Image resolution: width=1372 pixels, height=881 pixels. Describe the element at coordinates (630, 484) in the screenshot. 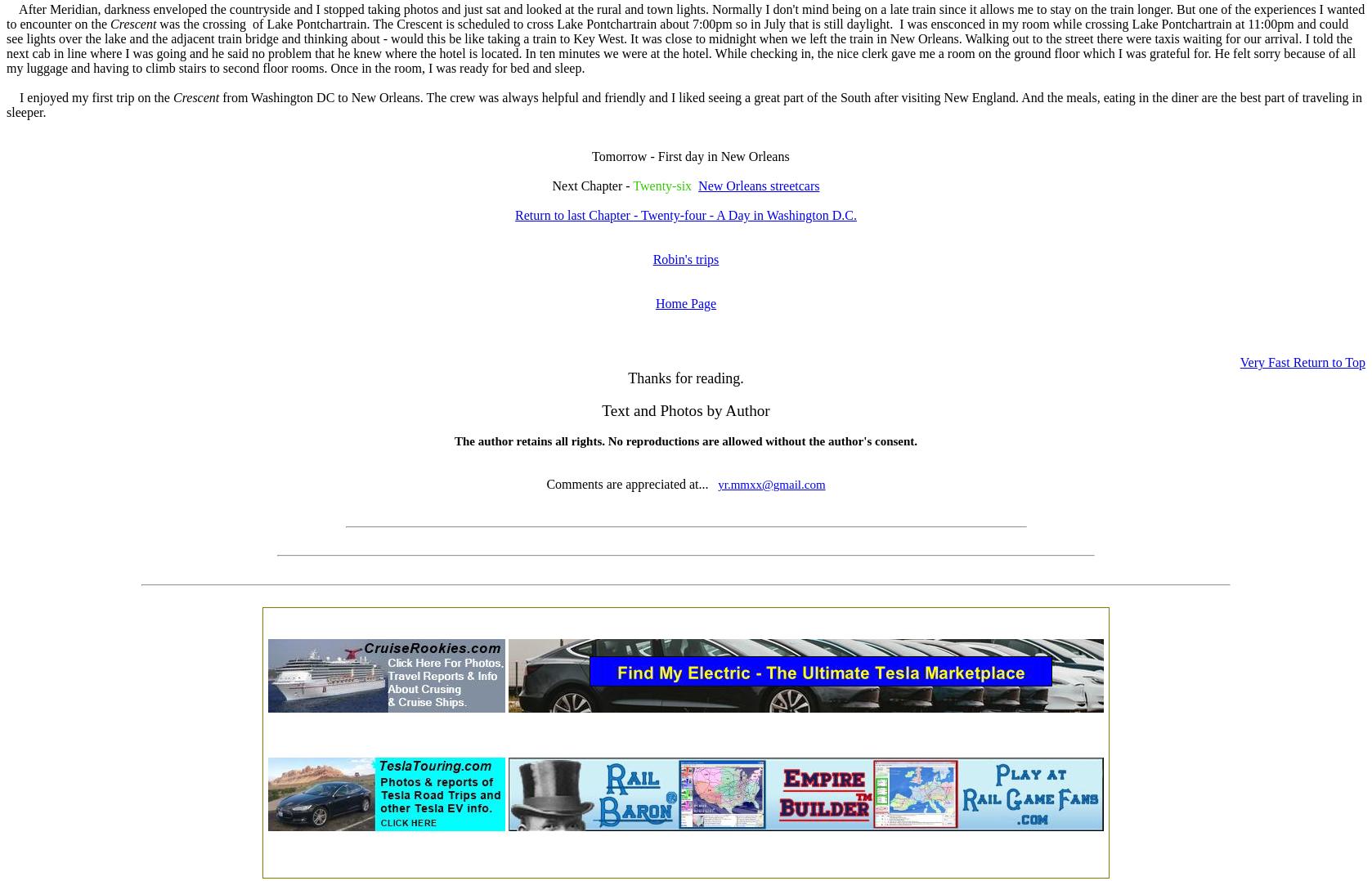

I see `'Comments are appreciated at...'` at that location.